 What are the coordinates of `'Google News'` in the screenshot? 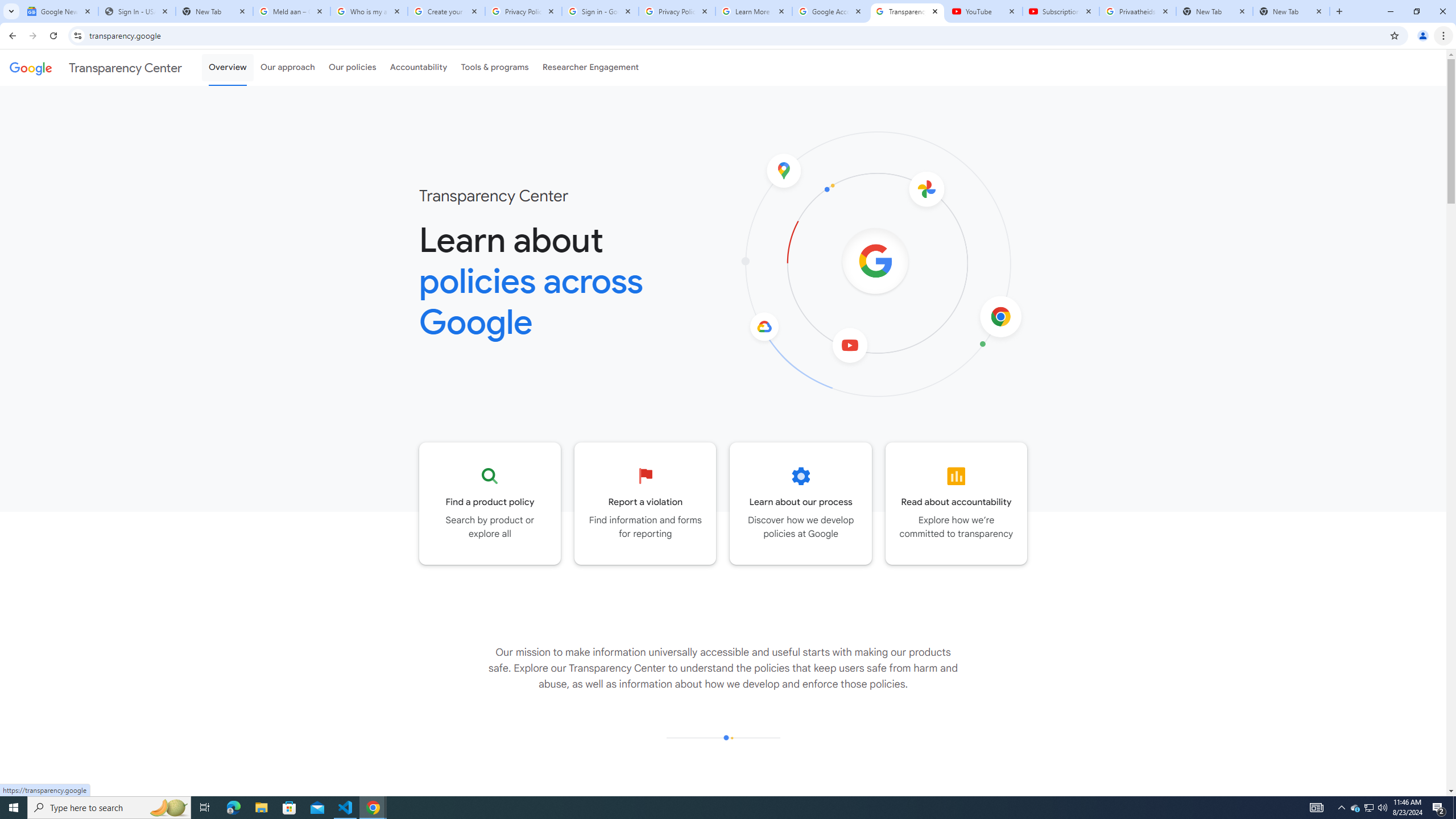 It's located at (59, 11).